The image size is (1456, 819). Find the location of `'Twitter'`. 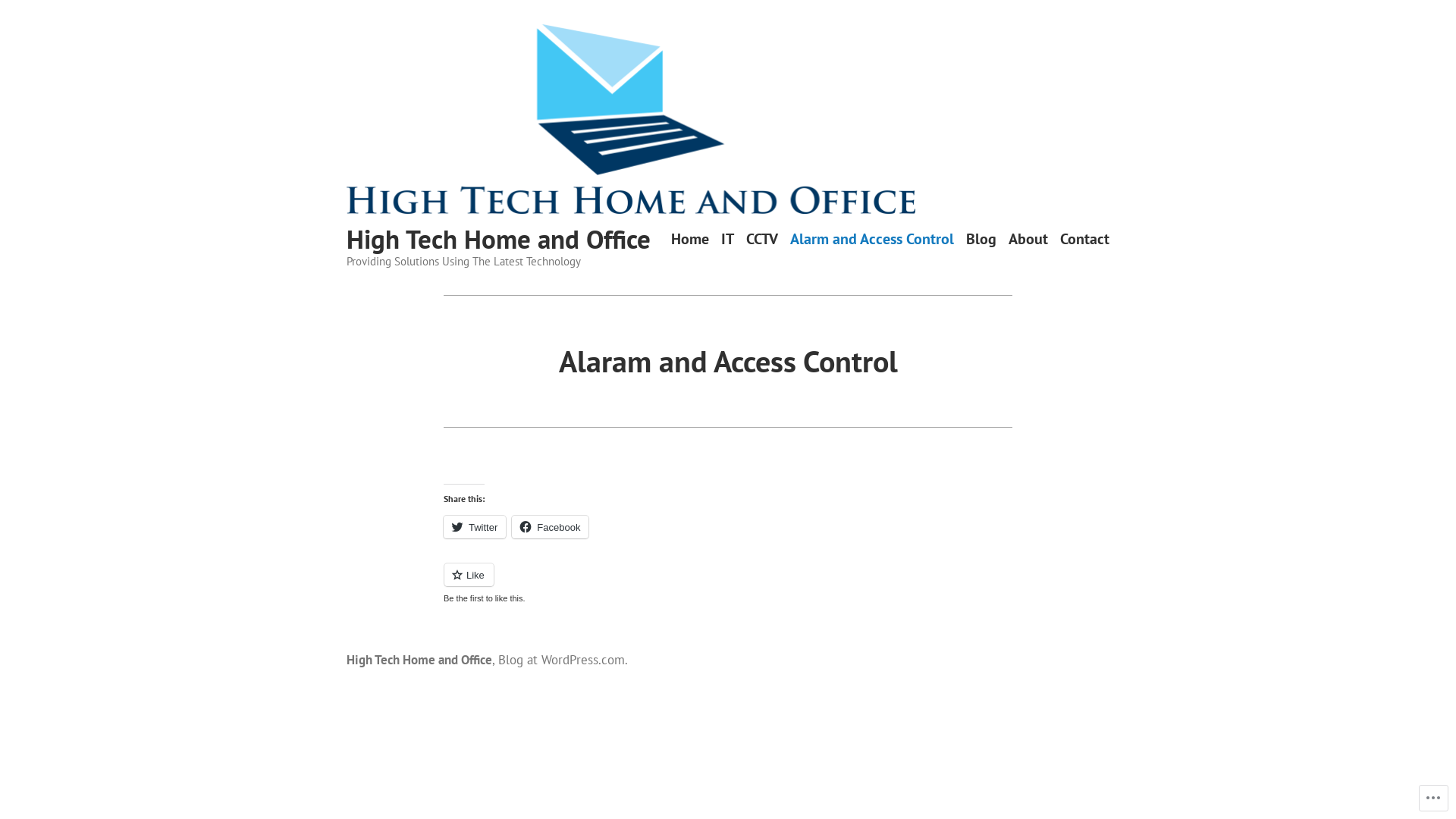

'Twitter' is located at coordinates (473, 526).